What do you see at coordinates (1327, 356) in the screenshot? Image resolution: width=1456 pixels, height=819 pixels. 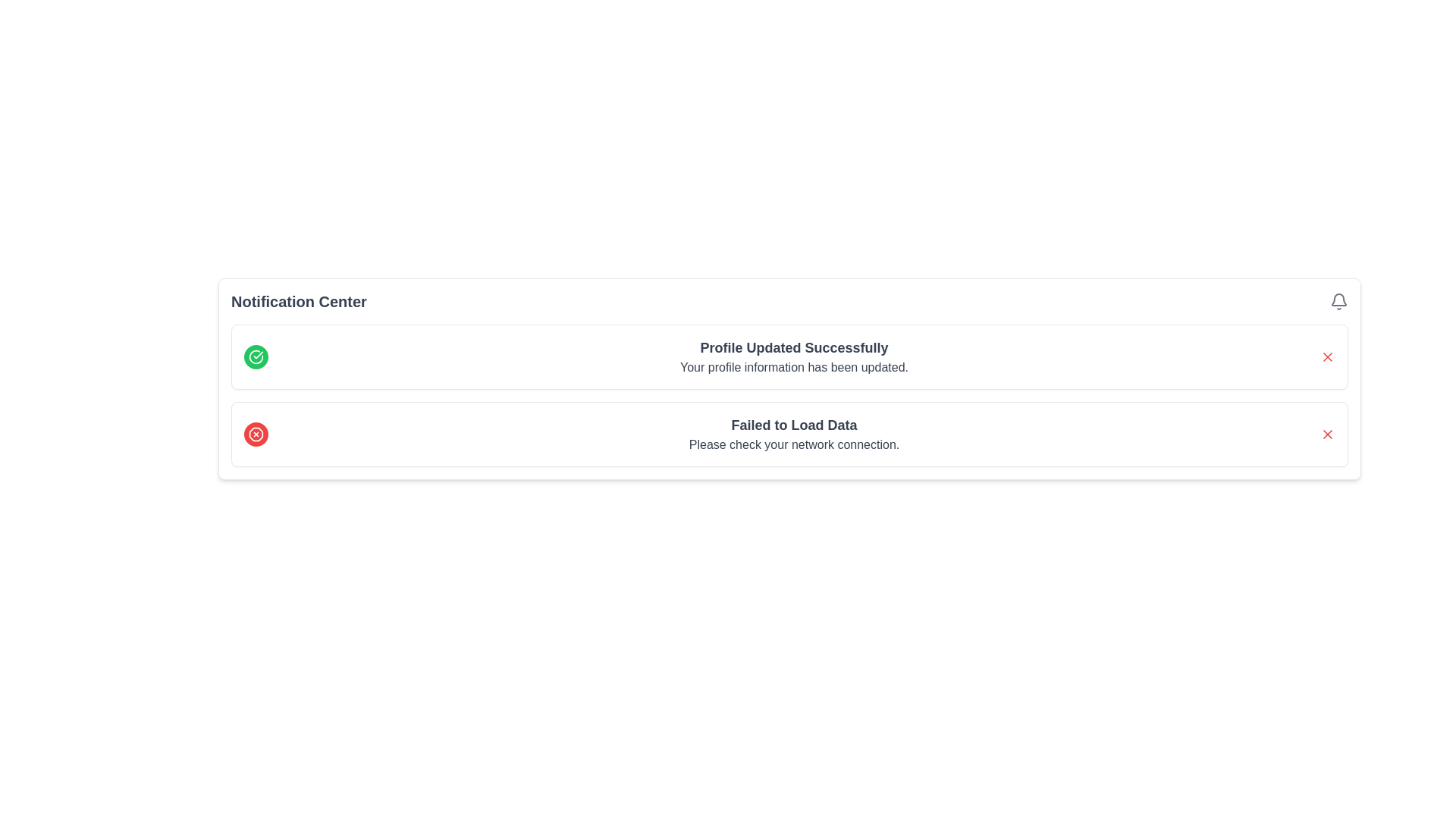 I see `the red 'X' icon button in the top-right corner of the notification message indicating 'Profile Updated Successfully'` at bounding box center [1327, 356].